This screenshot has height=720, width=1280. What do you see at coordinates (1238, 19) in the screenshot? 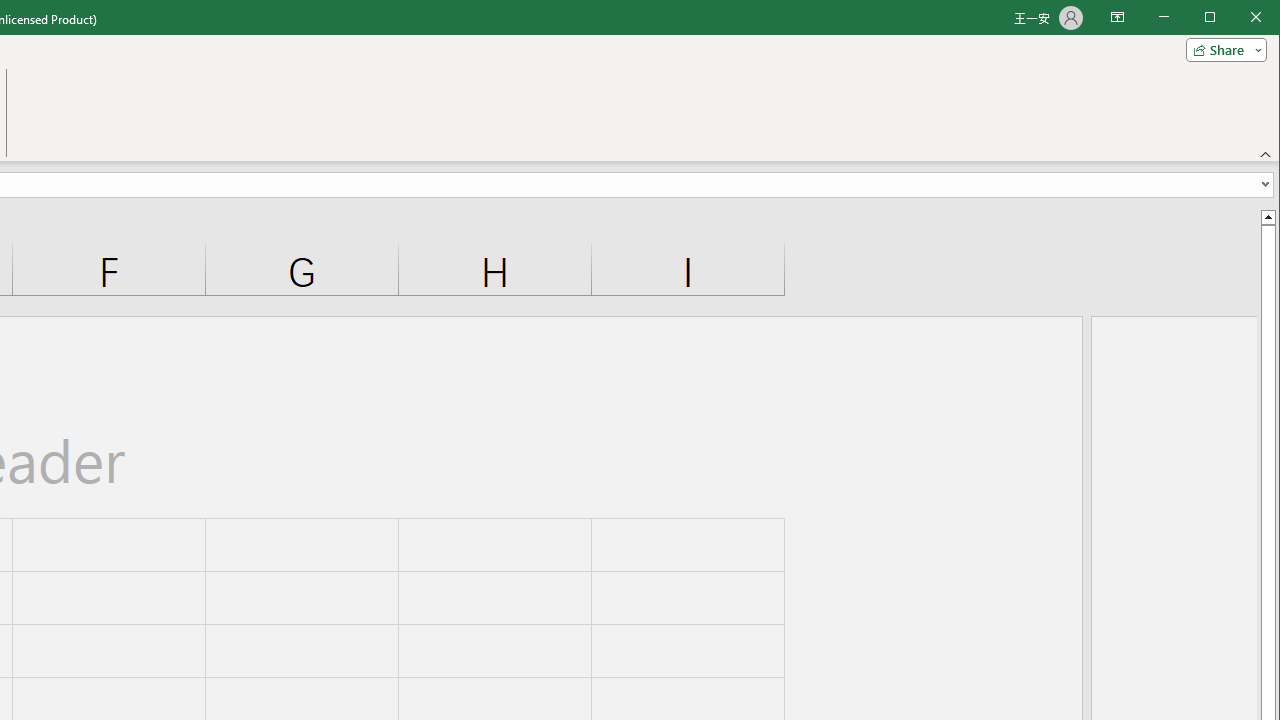
I see `'Maximize'` at bounding box center [1238, 19].